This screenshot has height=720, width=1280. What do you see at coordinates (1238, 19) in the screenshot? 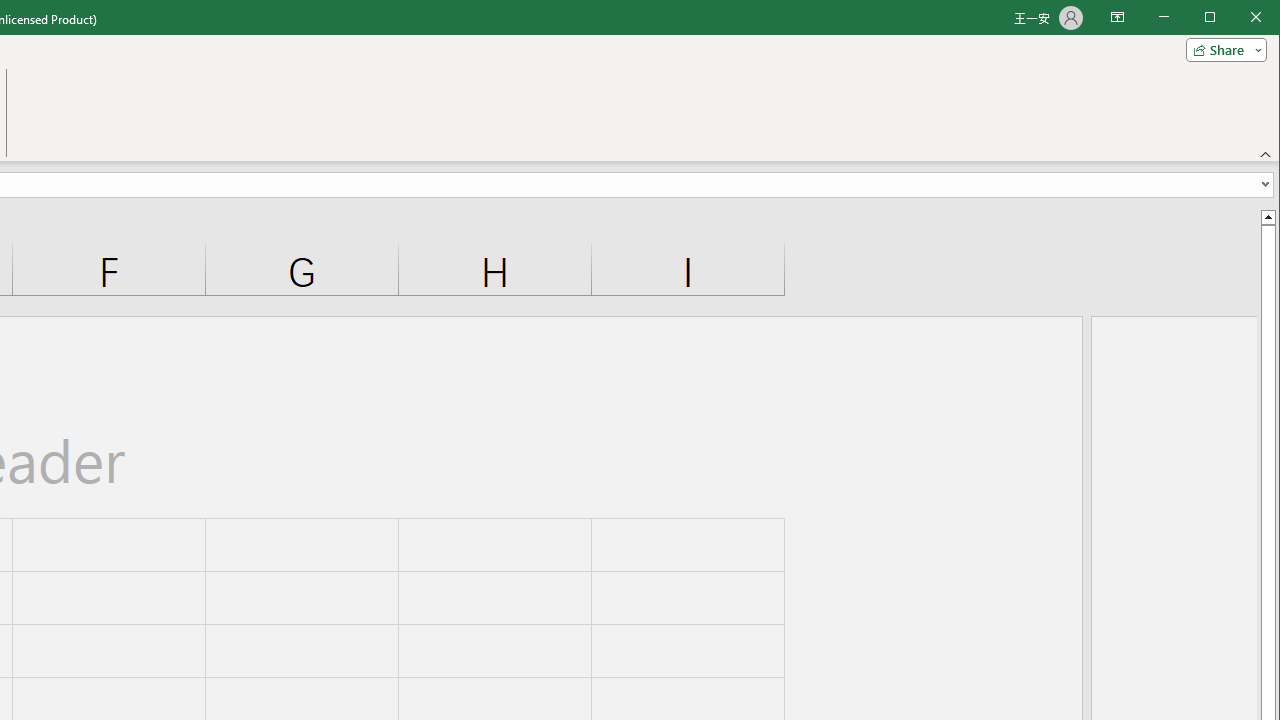
I see `'Maximize'` at bounding box center [1238, 19].